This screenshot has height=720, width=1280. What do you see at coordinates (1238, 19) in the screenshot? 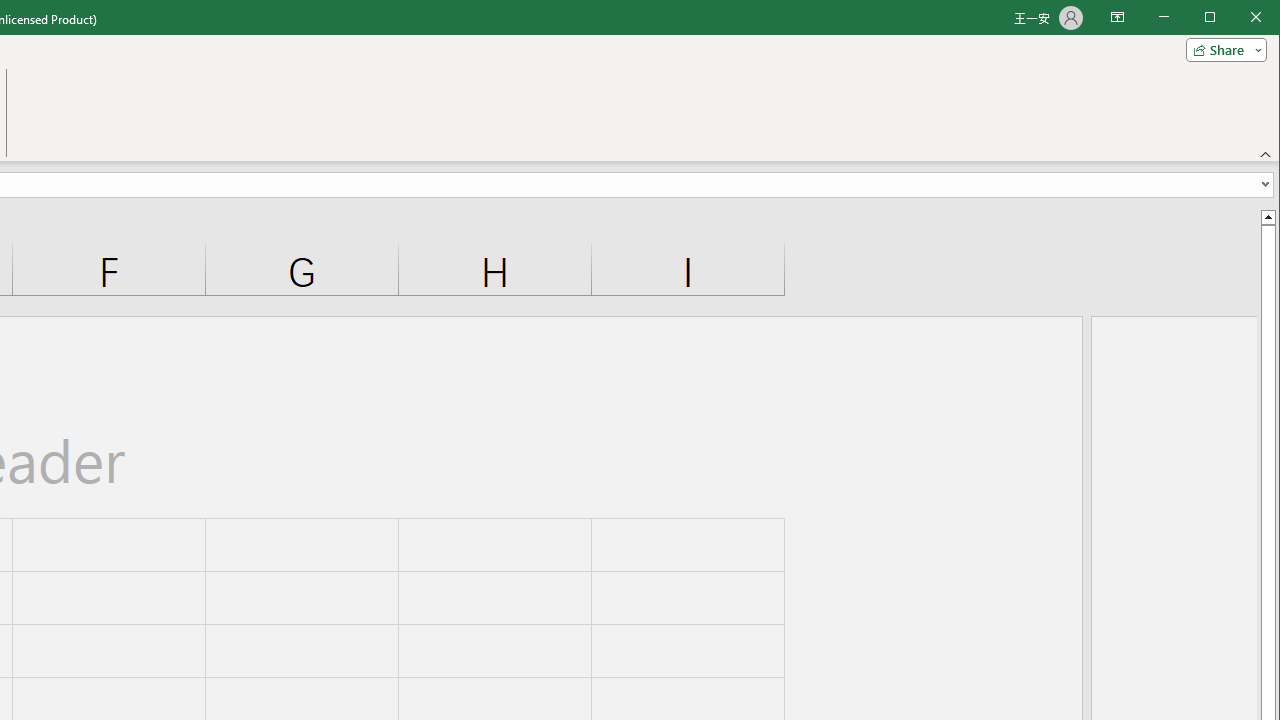
I see `'Maximize'` at bounding box center [1238, 19].